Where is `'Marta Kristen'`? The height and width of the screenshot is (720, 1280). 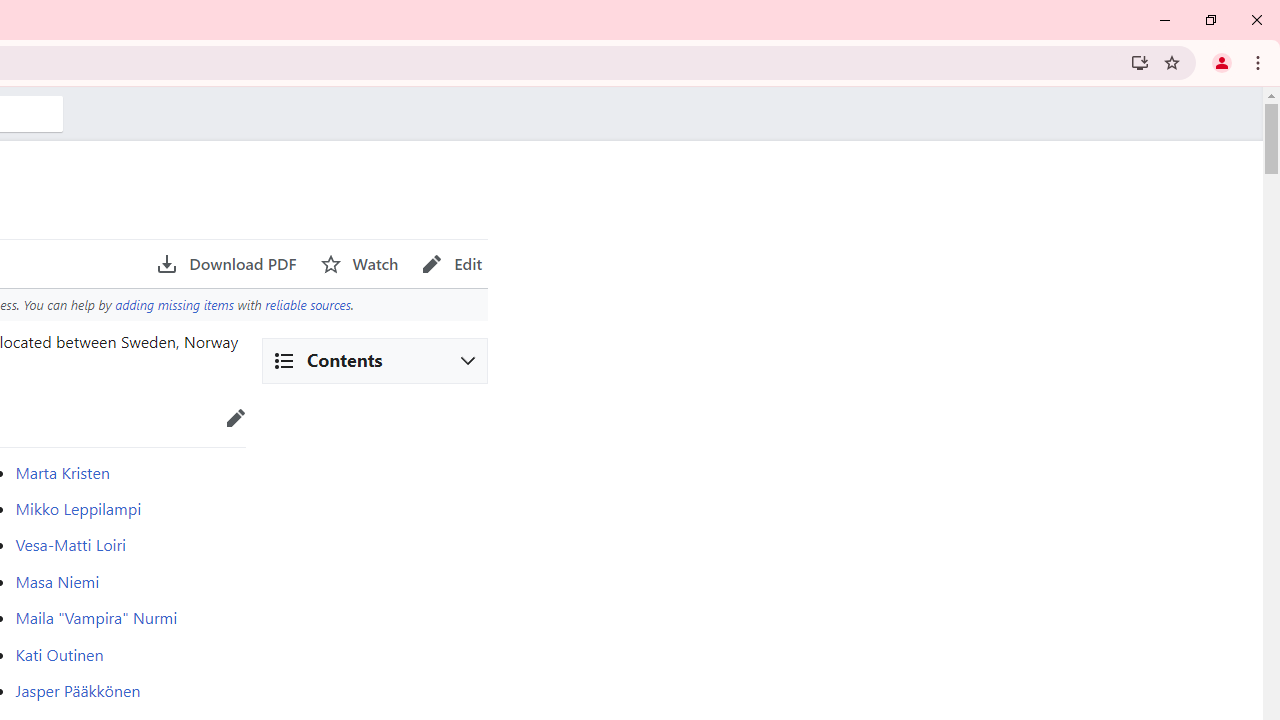
'Marta Kristen' is located at coordinates (62, 471).